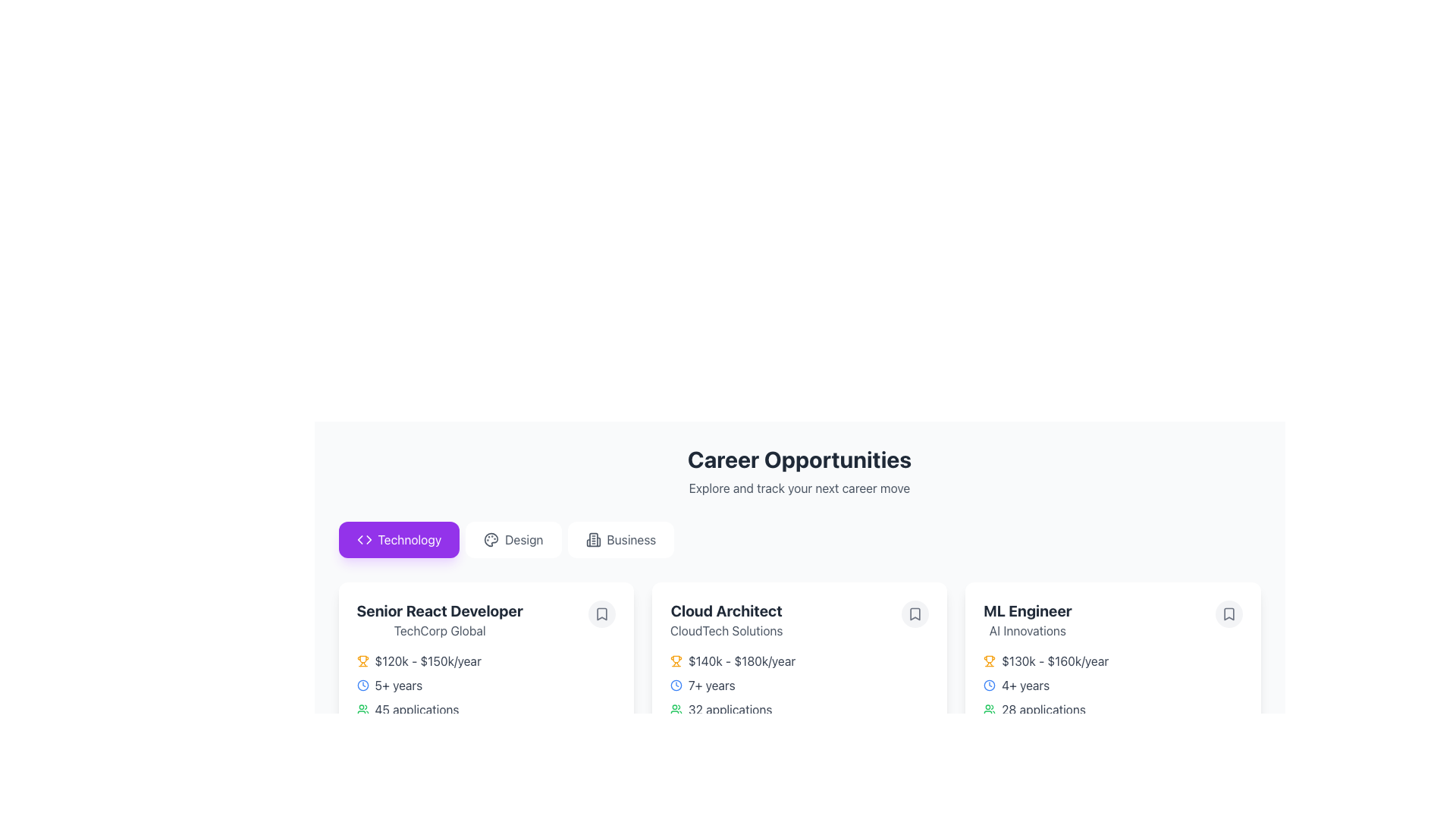 This screenshot has height=819, width=1456. What do you see at coordinates (598, 541) in the screenshot?
I see `the third segment of the icon, which is part of a larger icon representation` at bounding box center [598, 541].